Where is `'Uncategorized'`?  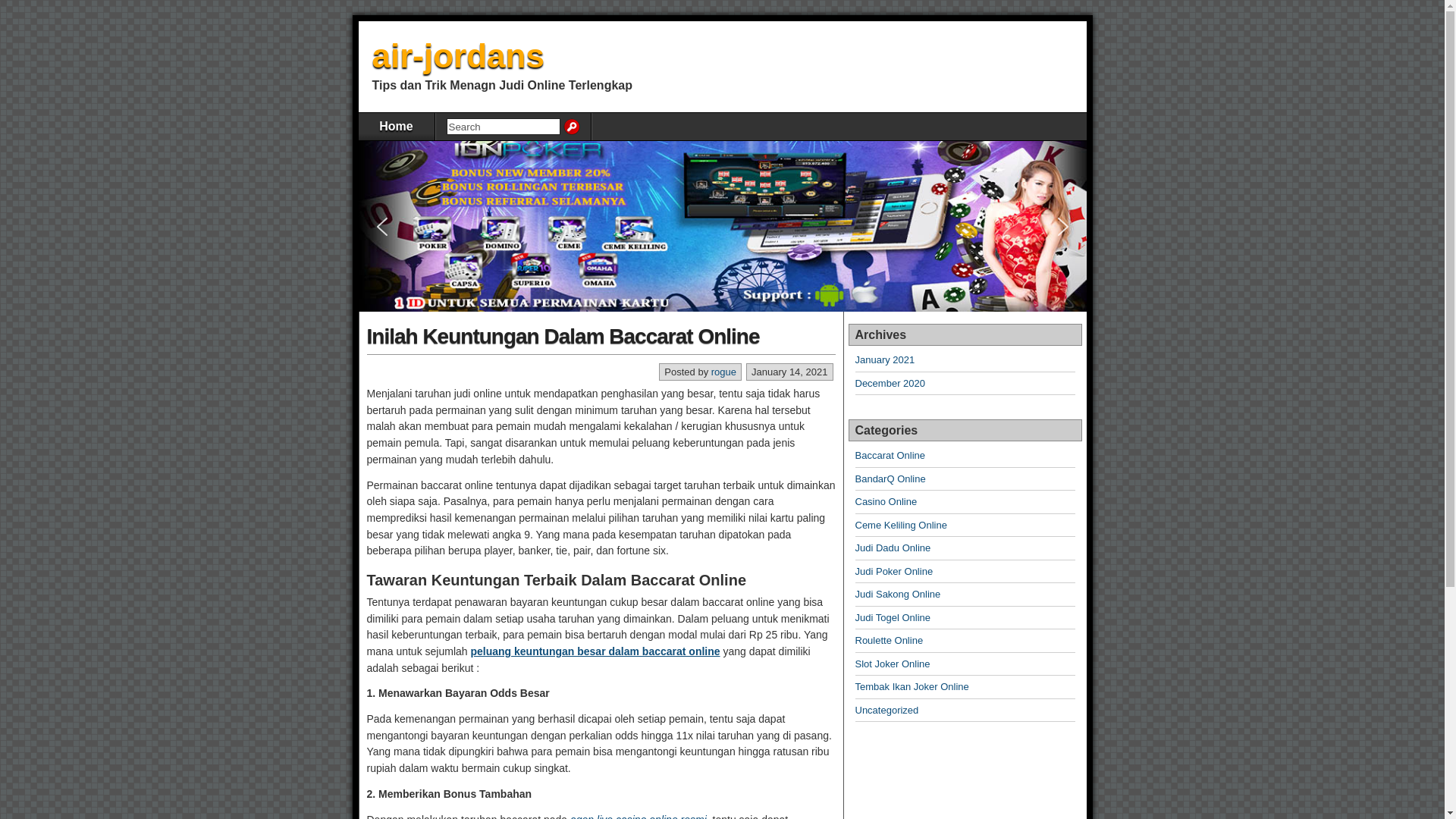
'Uncategorized' is located at coordinates (887, 710).